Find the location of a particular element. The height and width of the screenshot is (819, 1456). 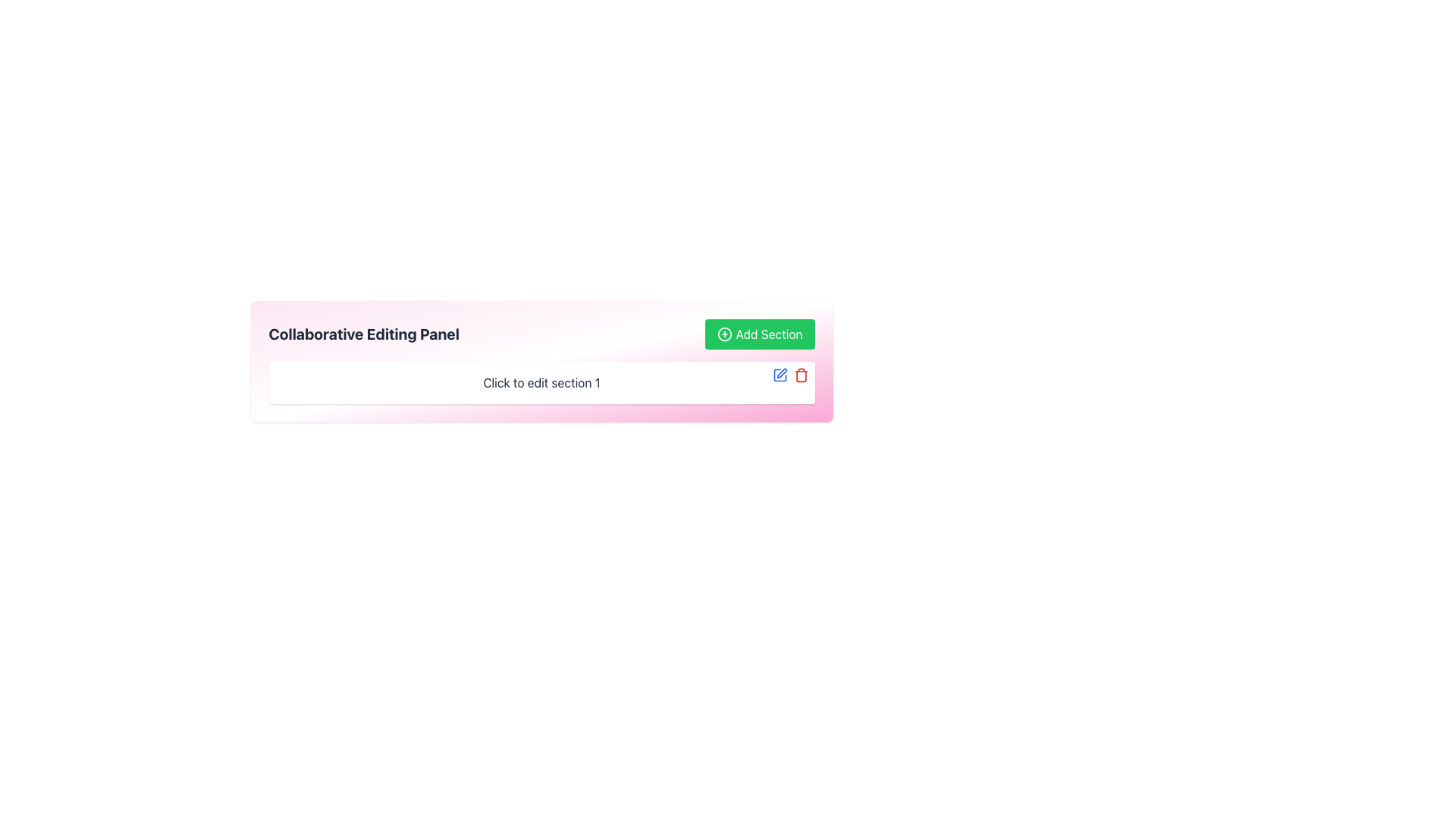

the icon that represents the action of adding a new section, located within the green 'Add Section' button on the right side of the 'Collaborative Editing Panel' is located at coordinates (724, 333).